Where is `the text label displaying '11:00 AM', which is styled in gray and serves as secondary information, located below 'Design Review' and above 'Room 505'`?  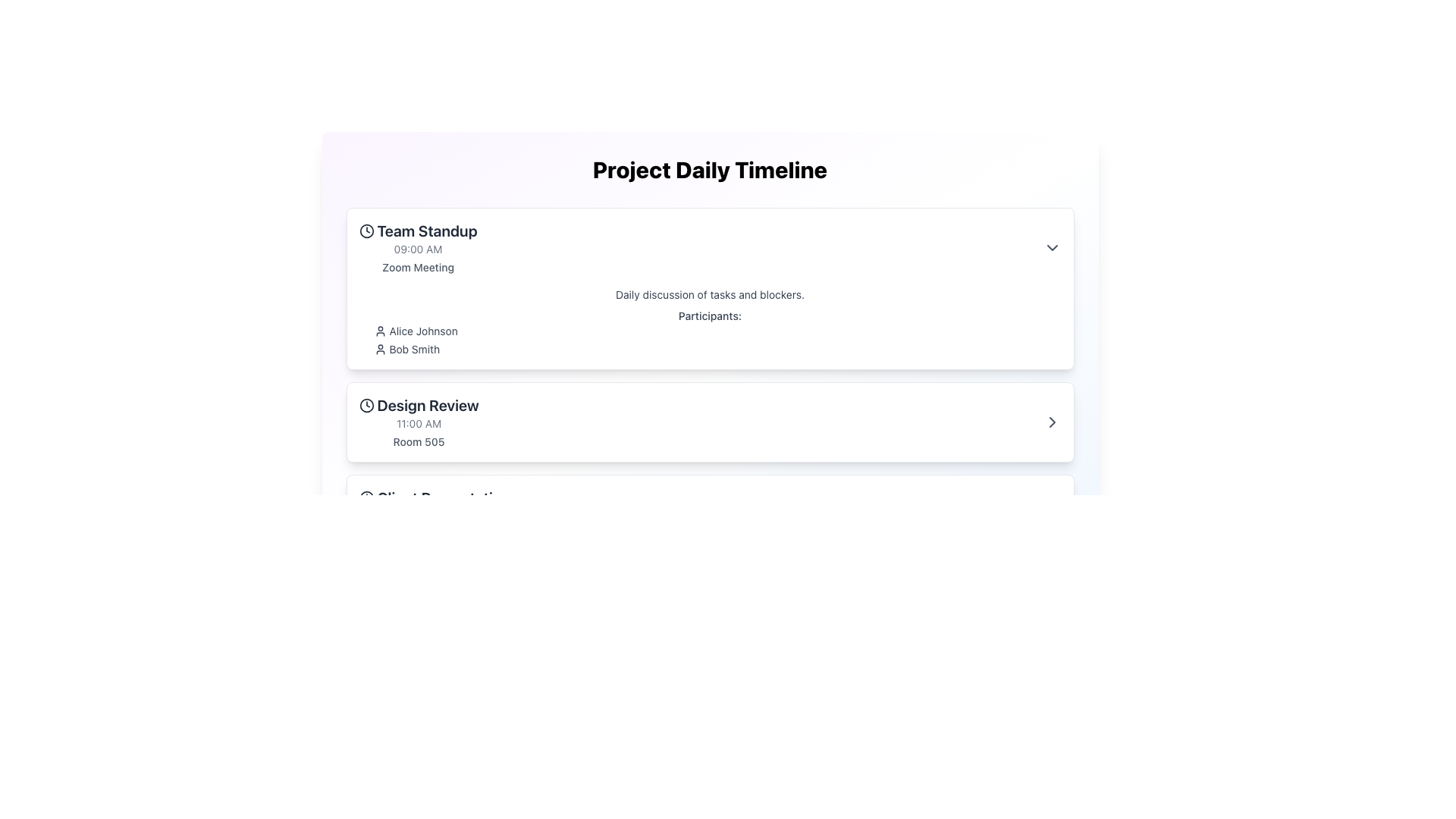
the text label displaying '11:00 AM', which is styled in gray and serves as secondary information, located below 'Design Review' and above 'Room 505' is located at coordinates (419, 424).